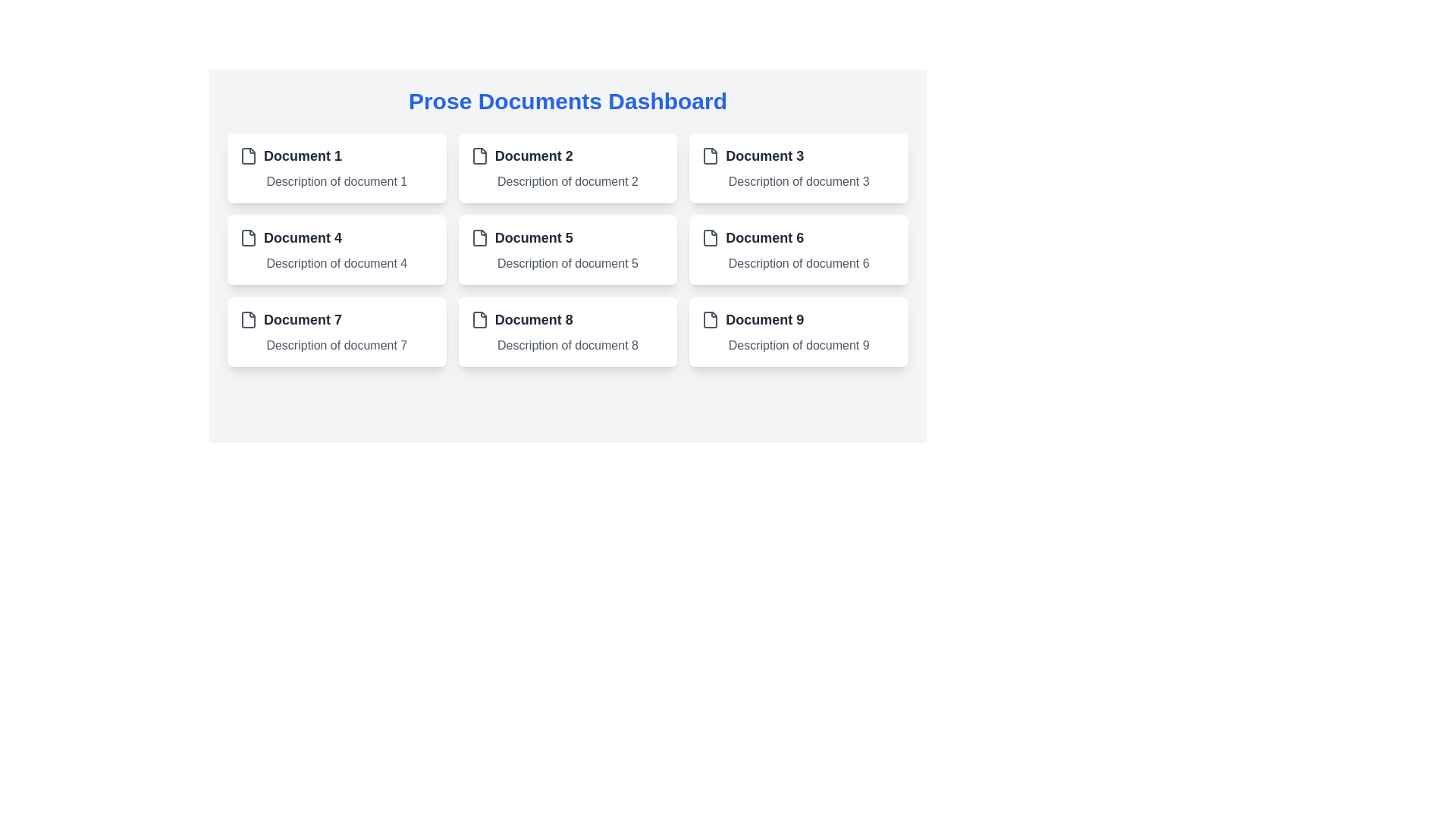 The height and width of the screenshot is (819, 1456). I want to click on the document description card for 'Document 8' located at the center coordinates, so click(566, 331).